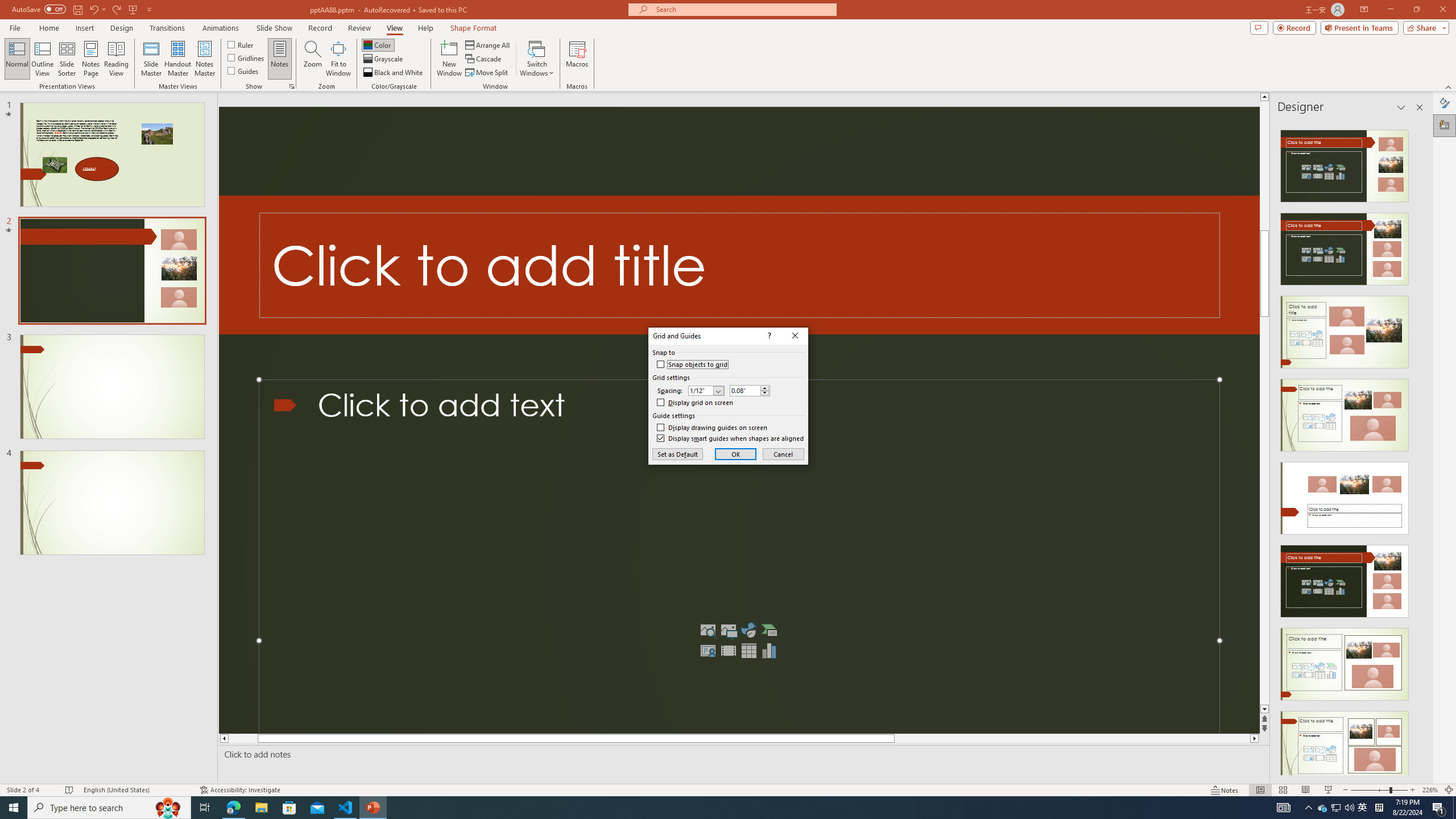 The image size is (1456, 819). Describe the element at coordinates (1439, 806) in the screenshot. I see `'Action Center, 1 new notification'` at that location.